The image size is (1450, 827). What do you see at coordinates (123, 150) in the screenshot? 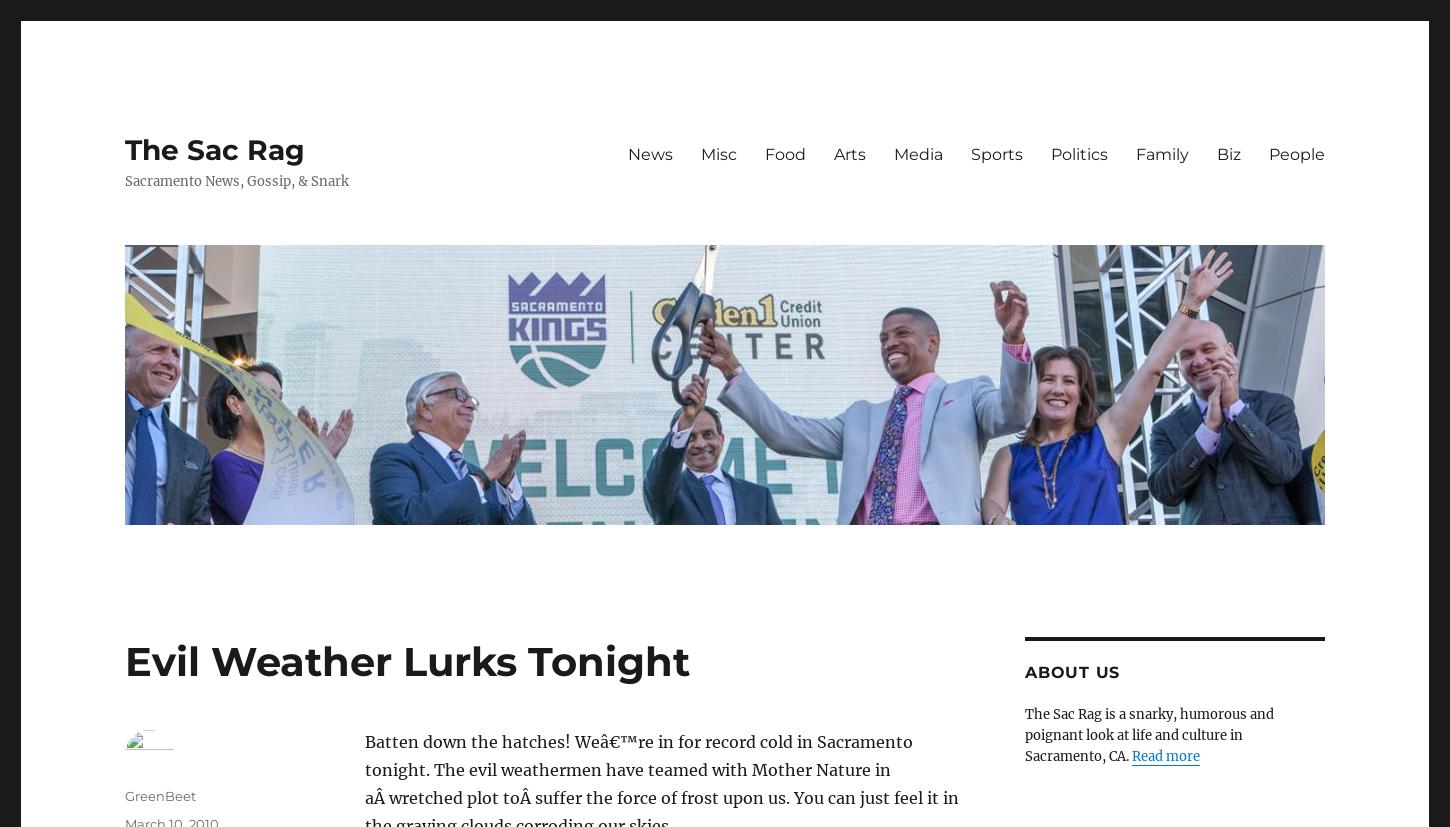
I see `'The Sac Rag'` at bounding box center [123, 150].